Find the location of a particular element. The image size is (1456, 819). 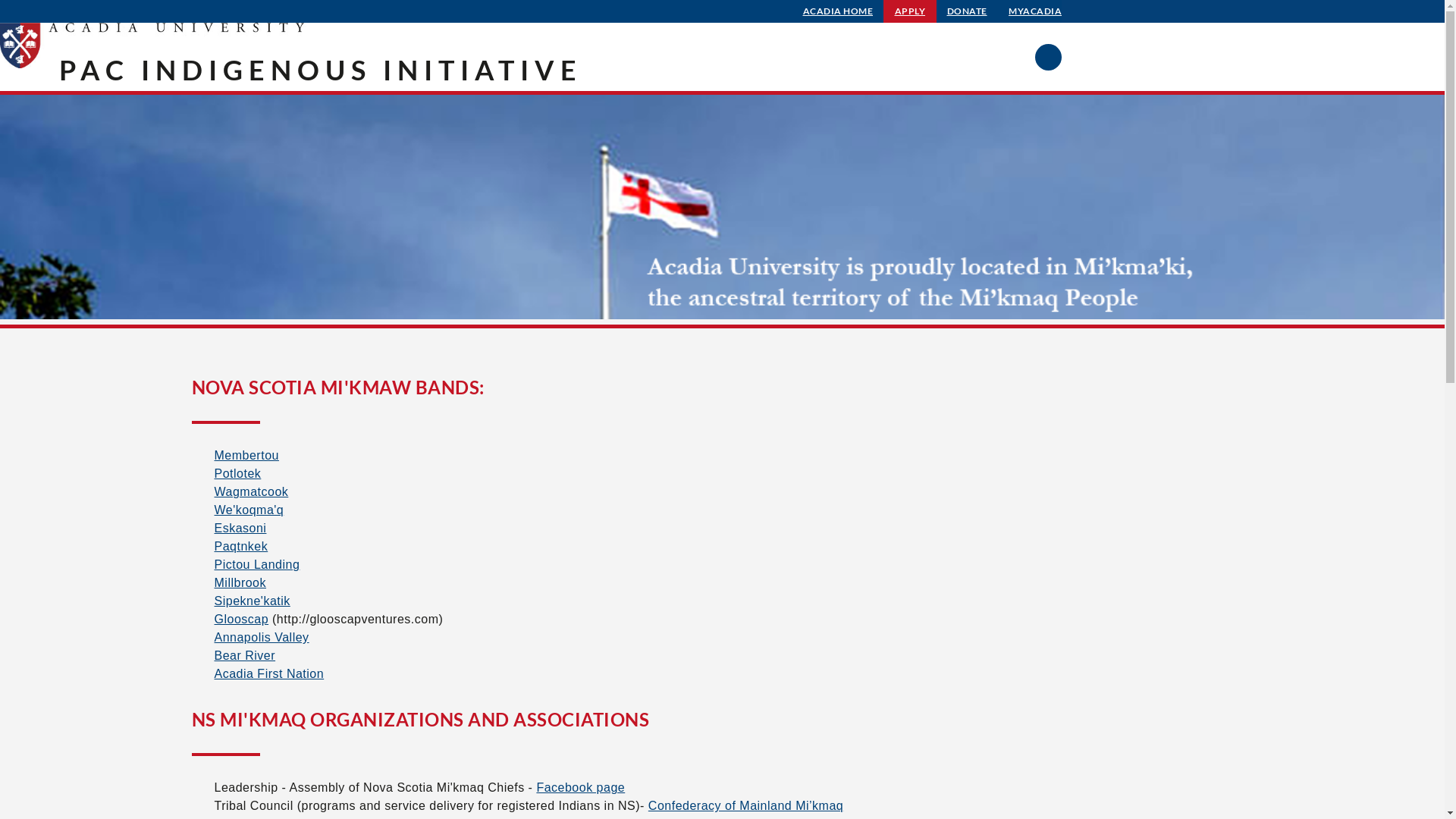

'Paqtnkek' is located at coordinates (240, 546).